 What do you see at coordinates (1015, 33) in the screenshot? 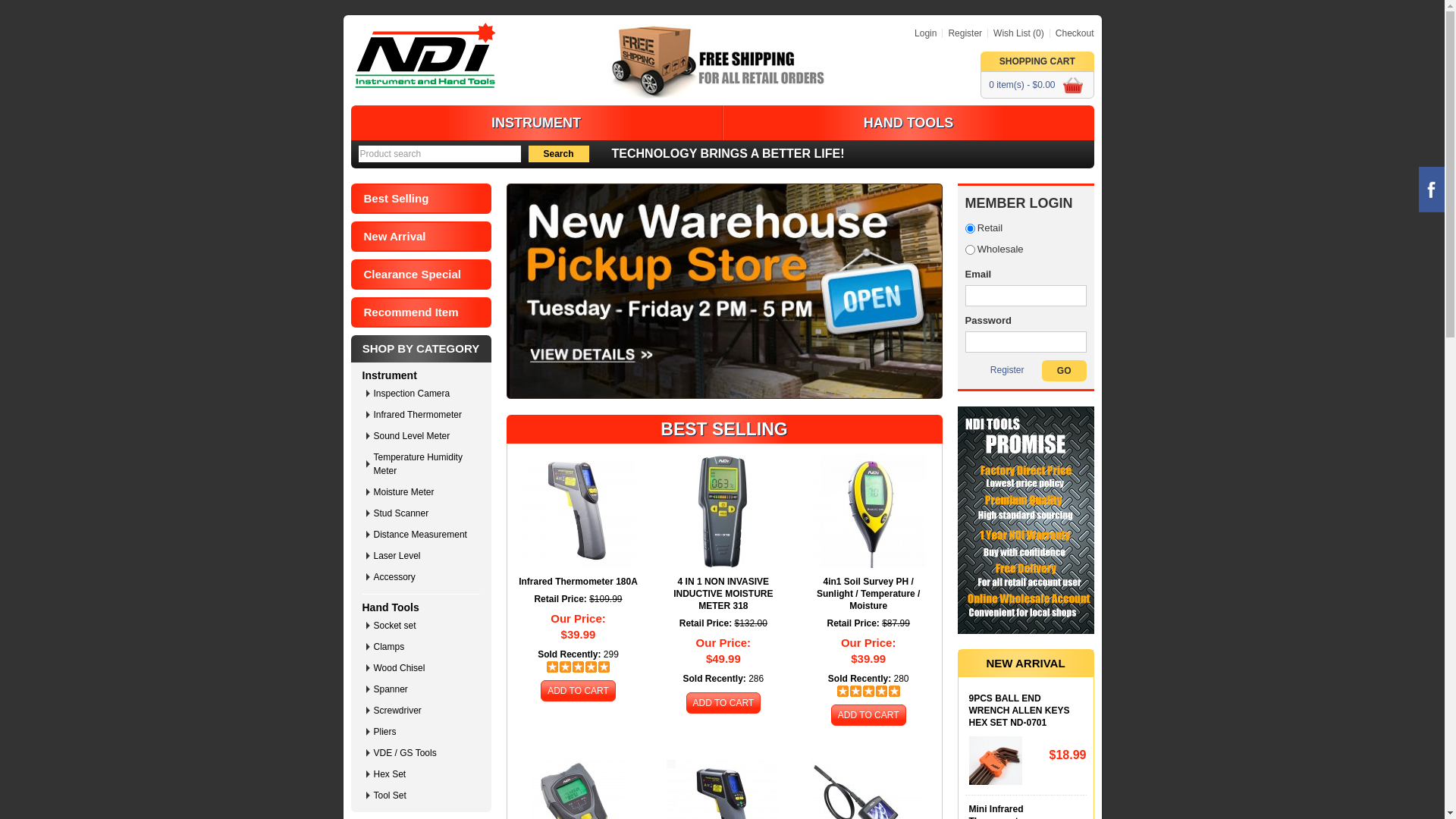
I see `'Wish List (0)'` at bounding box center [1015, 33].